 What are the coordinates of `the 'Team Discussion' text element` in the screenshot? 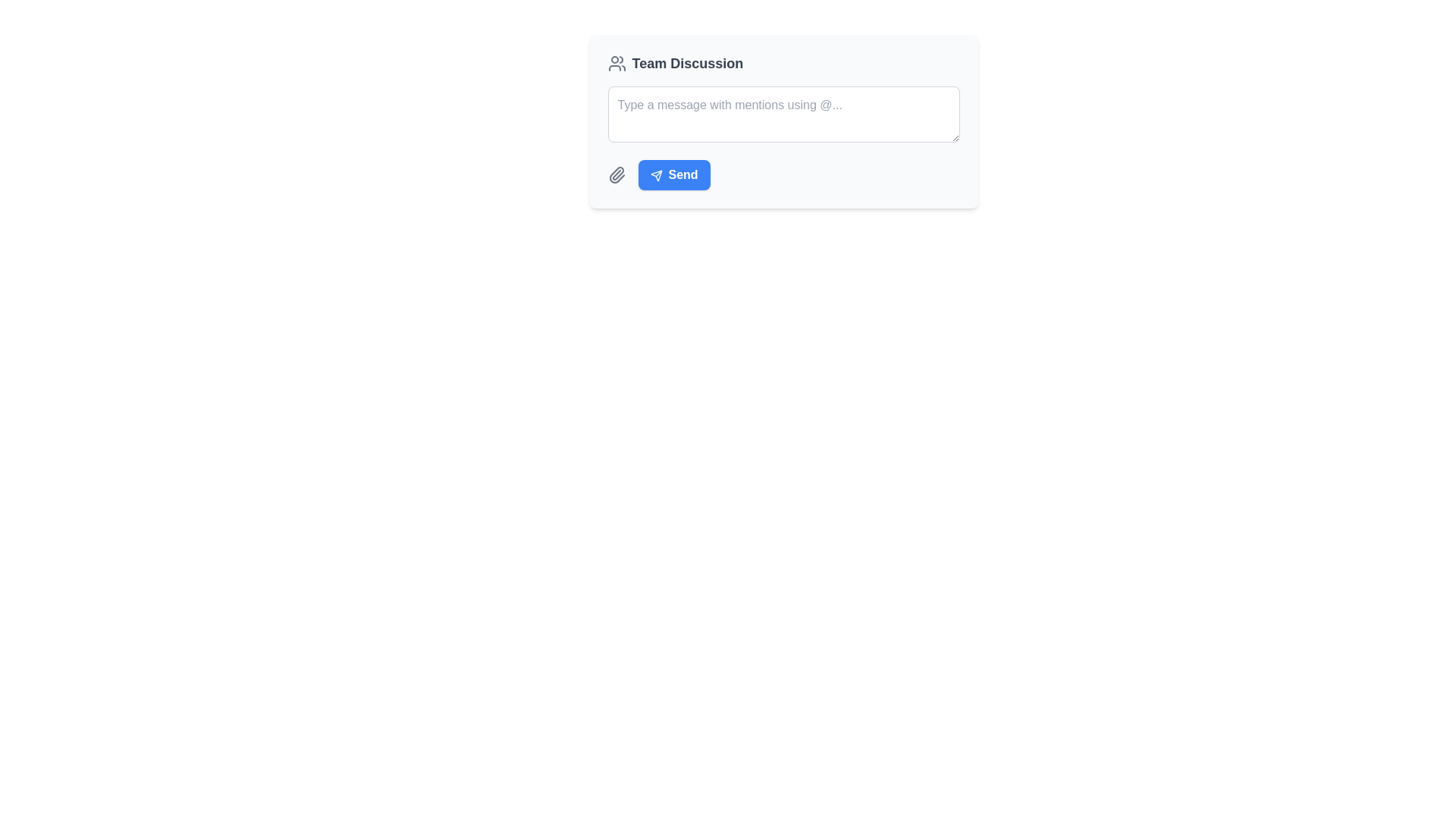 It's located at (686, 63).